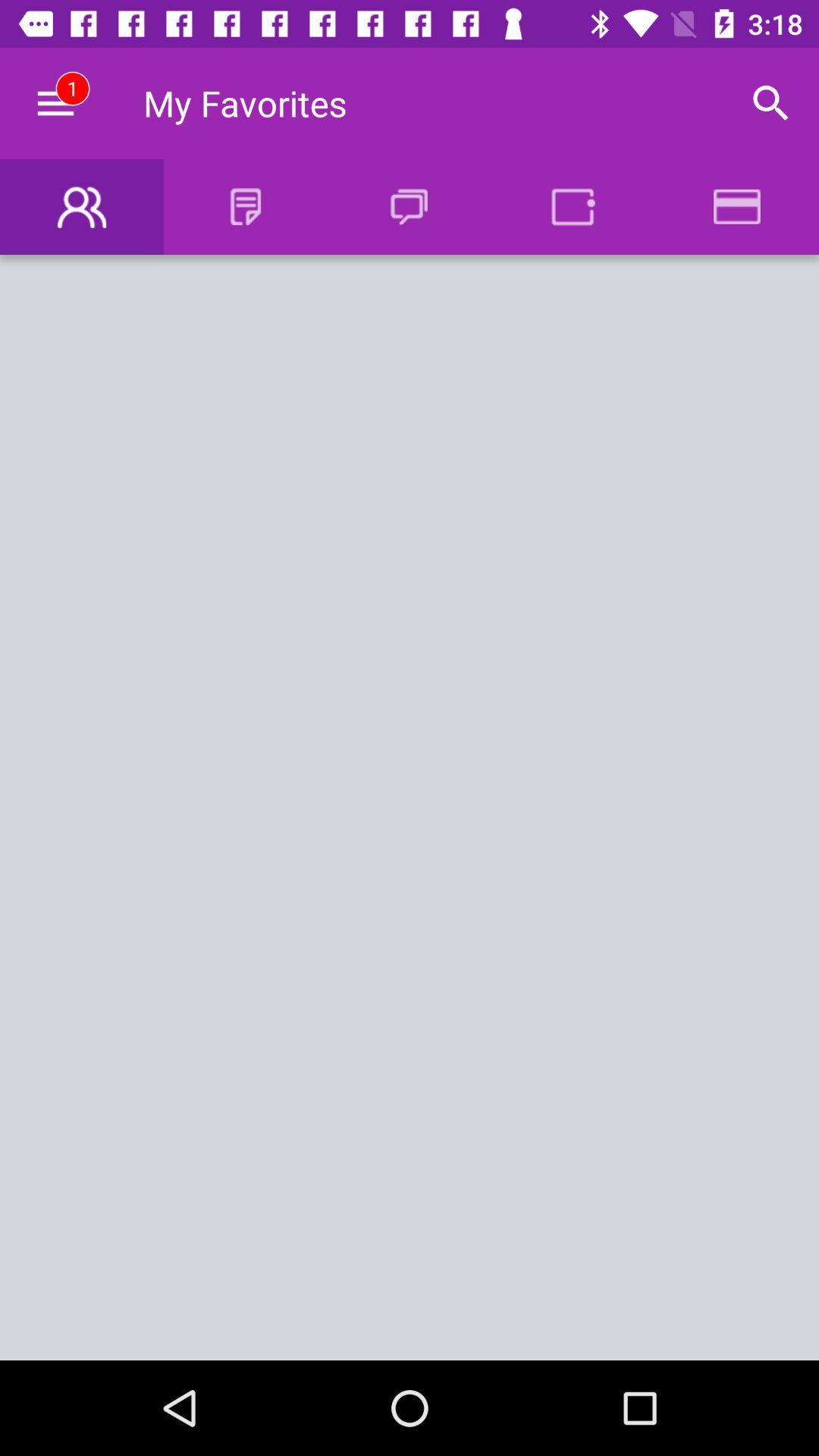 The width and height of the screenshot is (819, 1456). What do you see at coordinates (55, 102) in the screenshot?
I see `the icon next to the my favorites` at bounding box center [55, 102].